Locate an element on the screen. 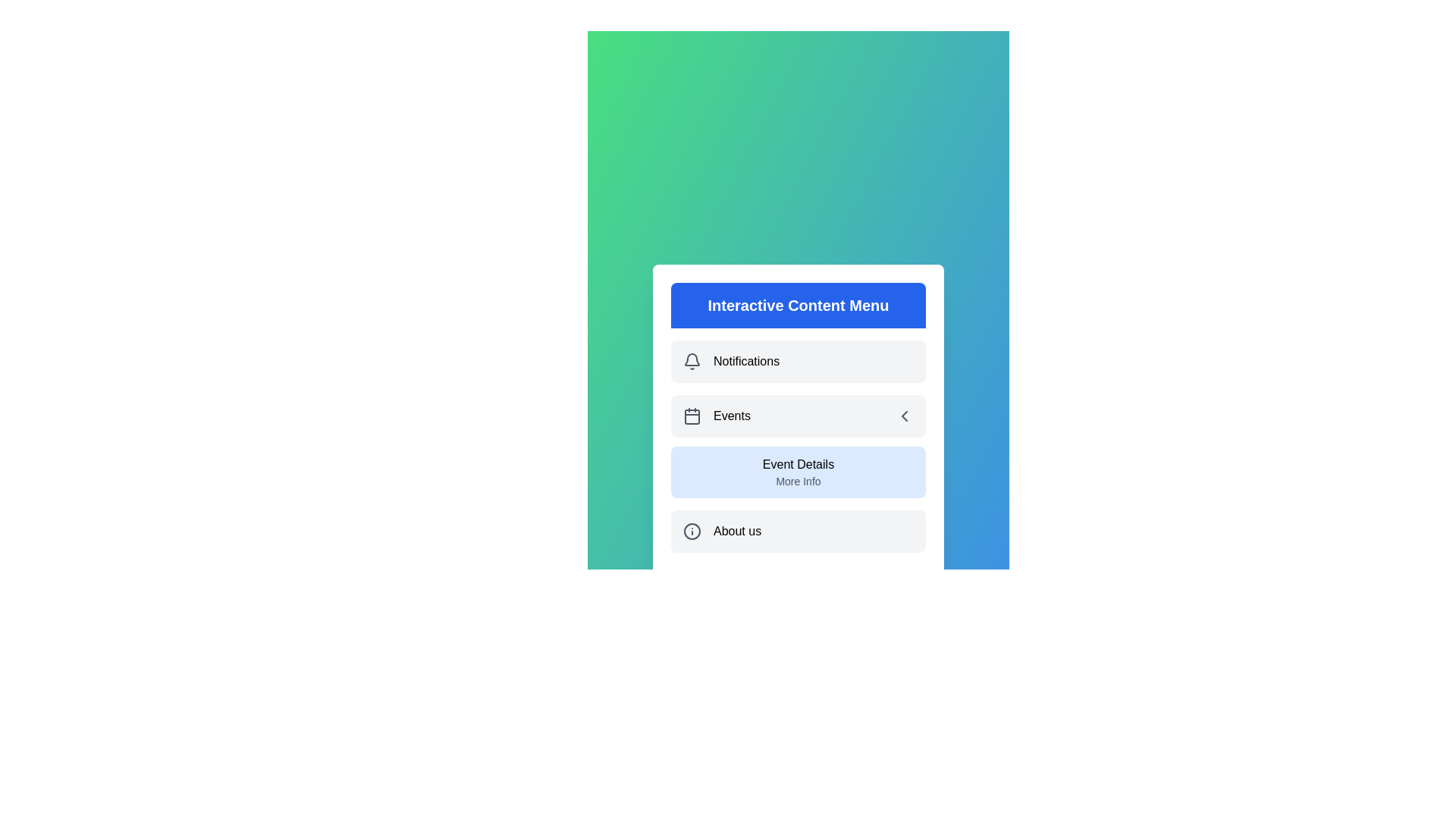 This screenshot has width=1456, height=819. the menu item About us is located at coordinates (797, 531).